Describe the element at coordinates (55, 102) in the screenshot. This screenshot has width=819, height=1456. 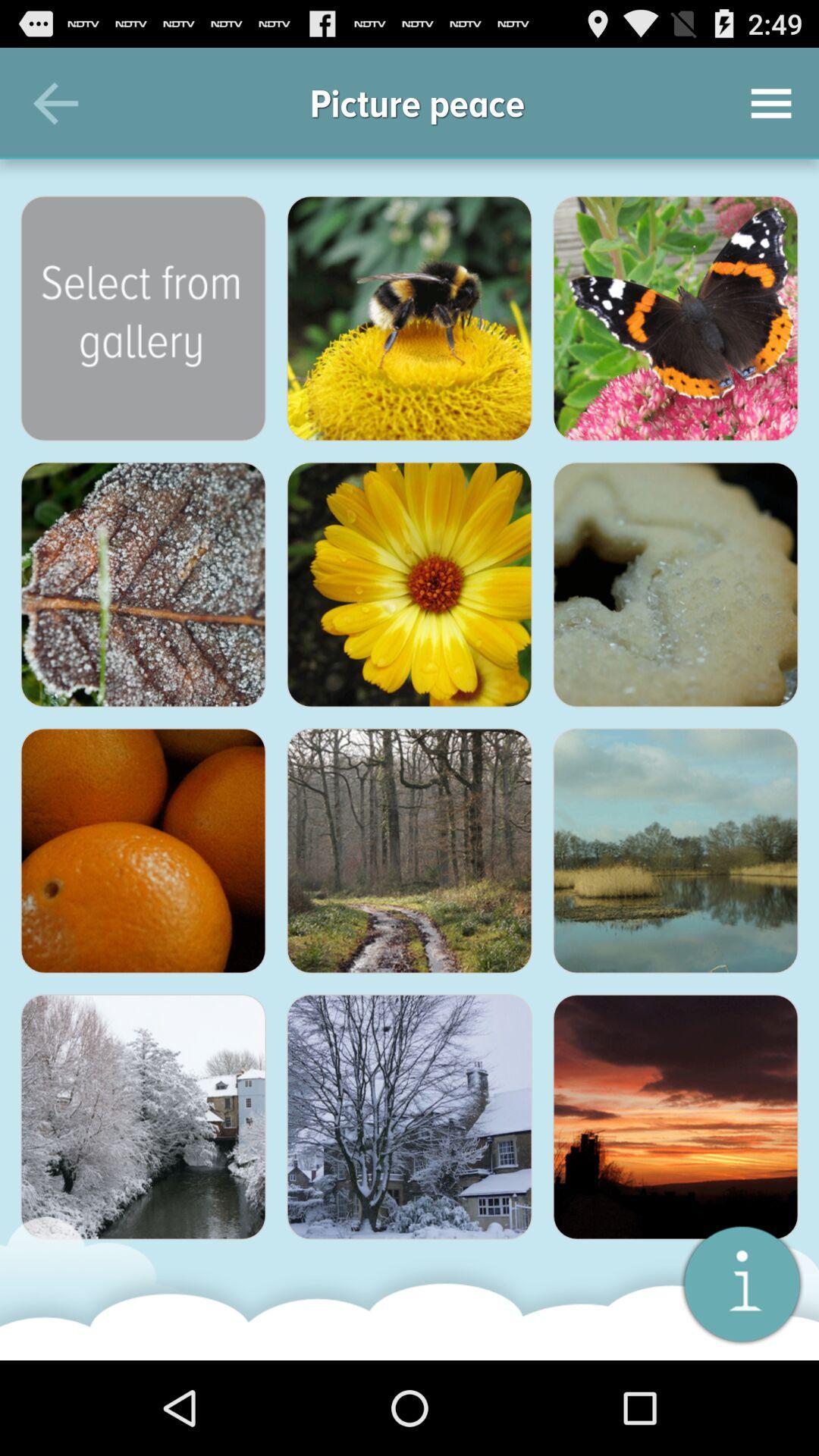
I see `icon to the left of the picture peace` at that location.